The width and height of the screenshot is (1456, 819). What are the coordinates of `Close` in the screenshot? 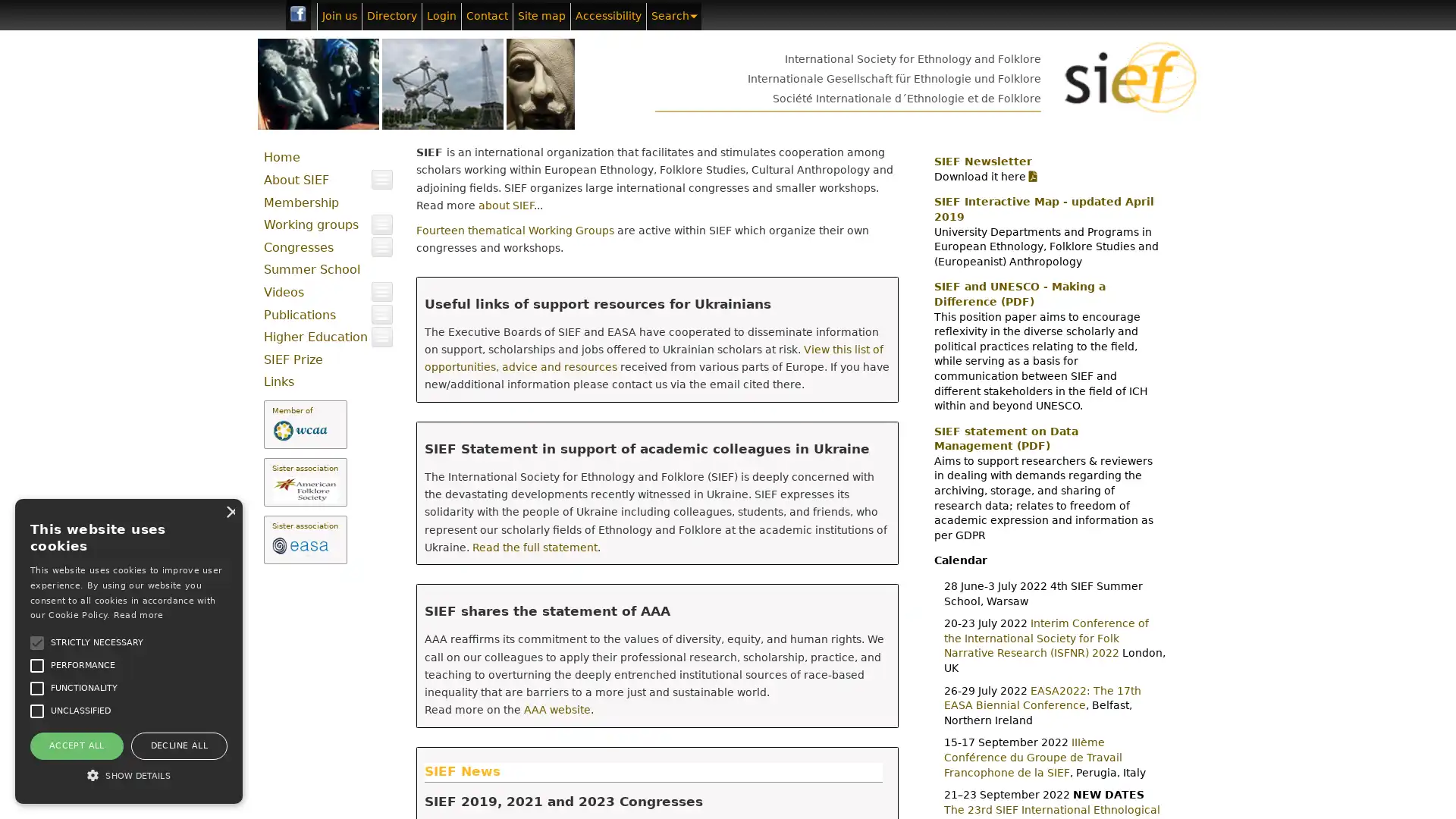 It's located at (228, 511).